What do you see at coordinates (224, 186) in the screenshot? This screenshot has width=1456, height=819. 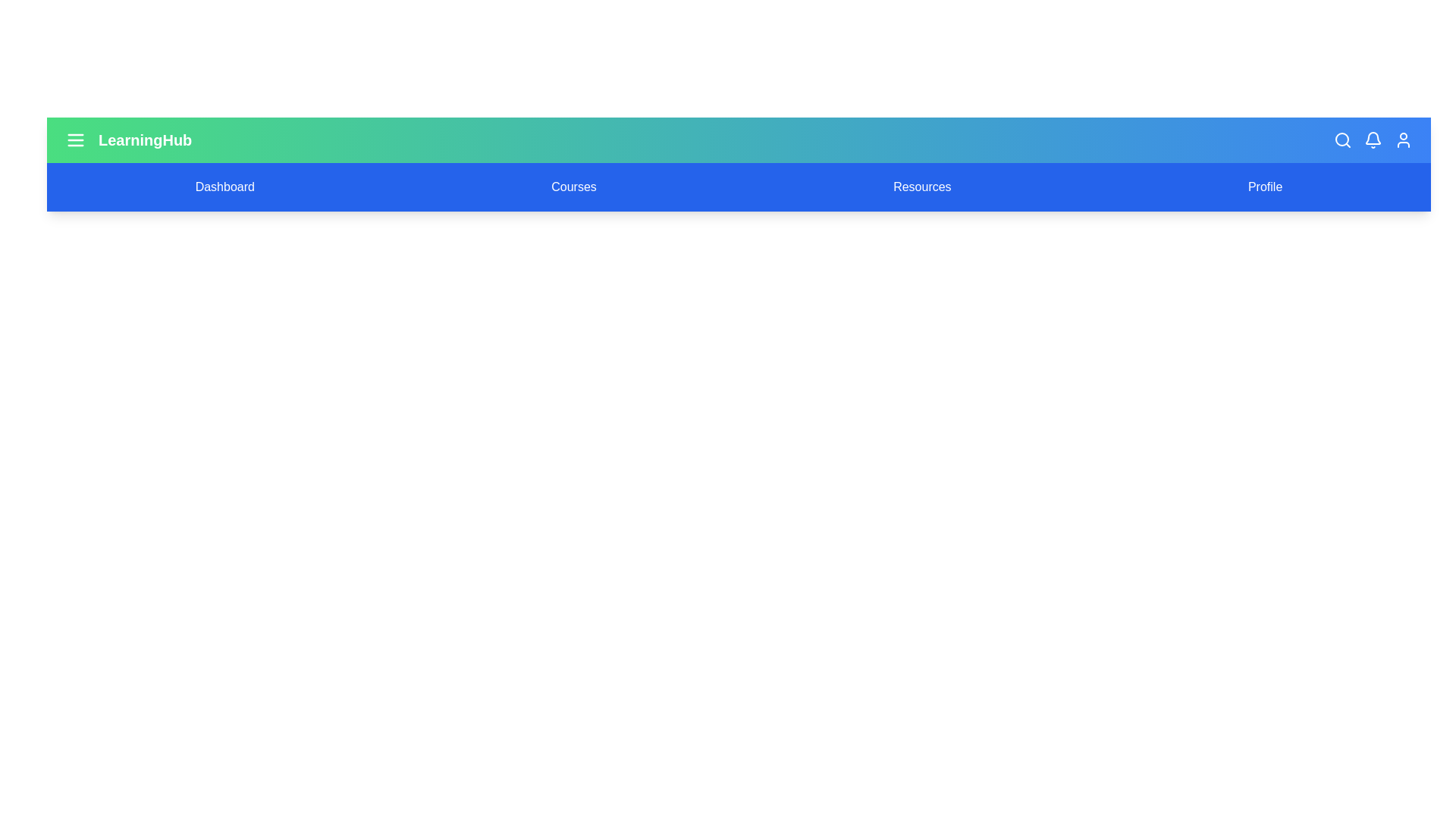 I see `the navigation item Dashboard` at bounding box center [224, 186].